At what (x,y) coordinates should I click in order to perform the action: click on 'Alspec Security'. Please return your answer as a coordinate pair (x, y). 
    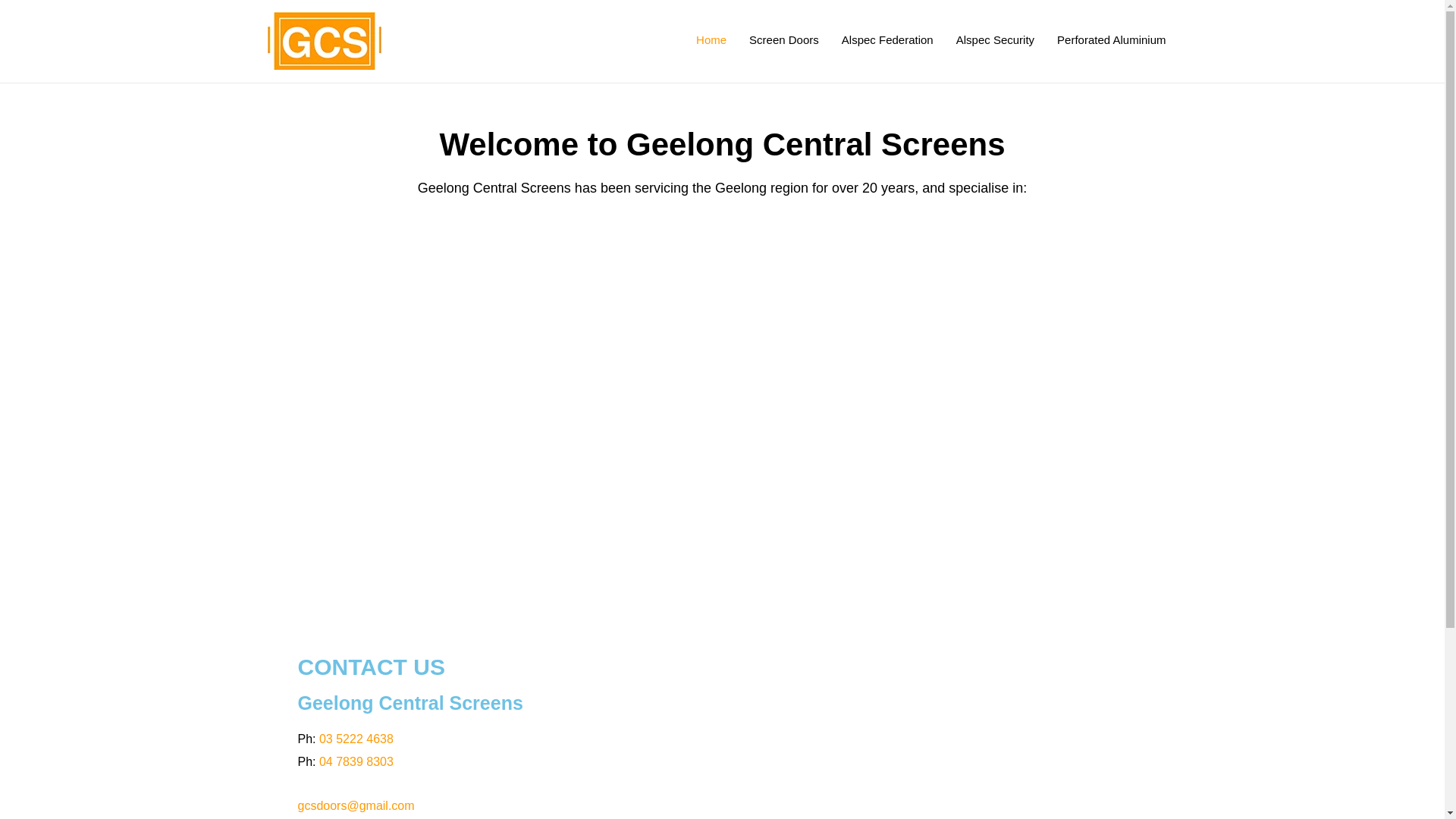
    Looking at the image, I should click on (995, 38).